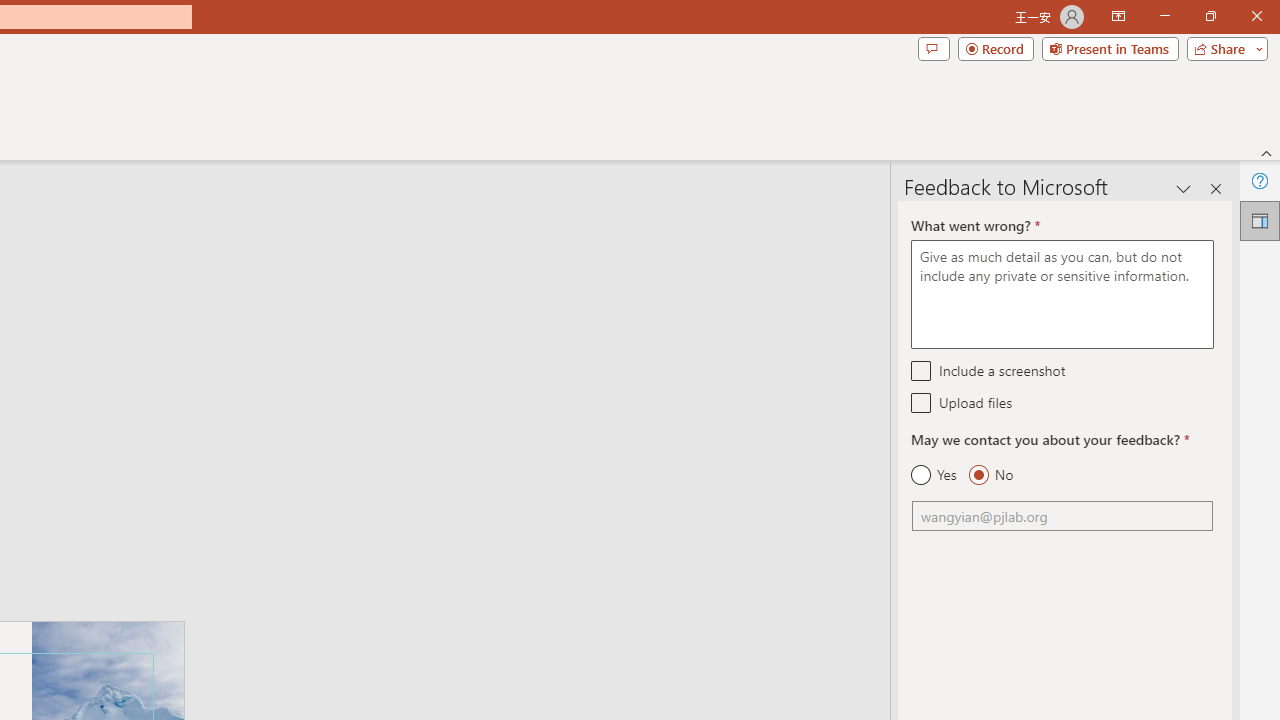  I want to click on 'Minimize', so click(1164, 16).